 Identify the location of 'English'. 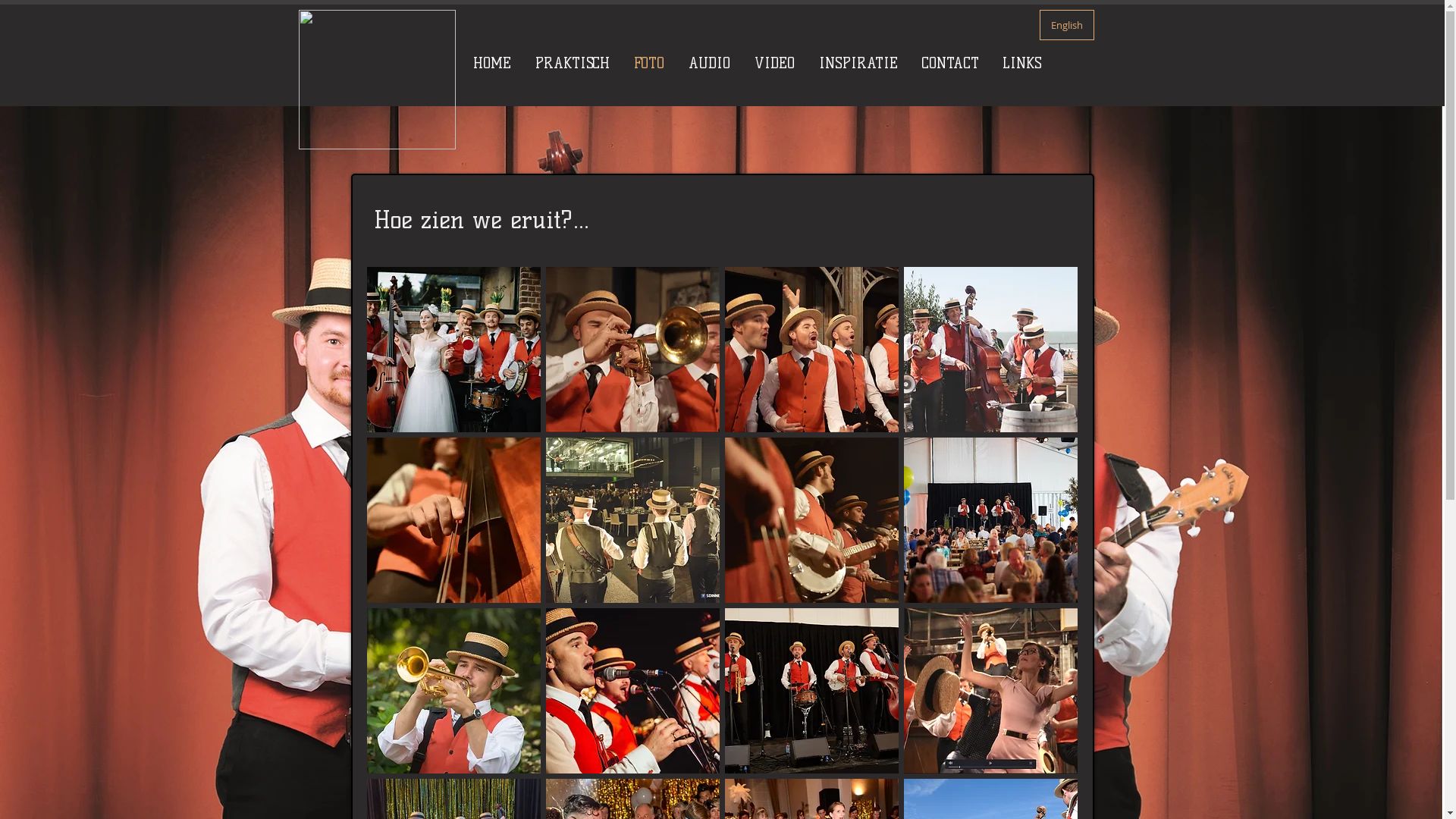
(1065, 25).